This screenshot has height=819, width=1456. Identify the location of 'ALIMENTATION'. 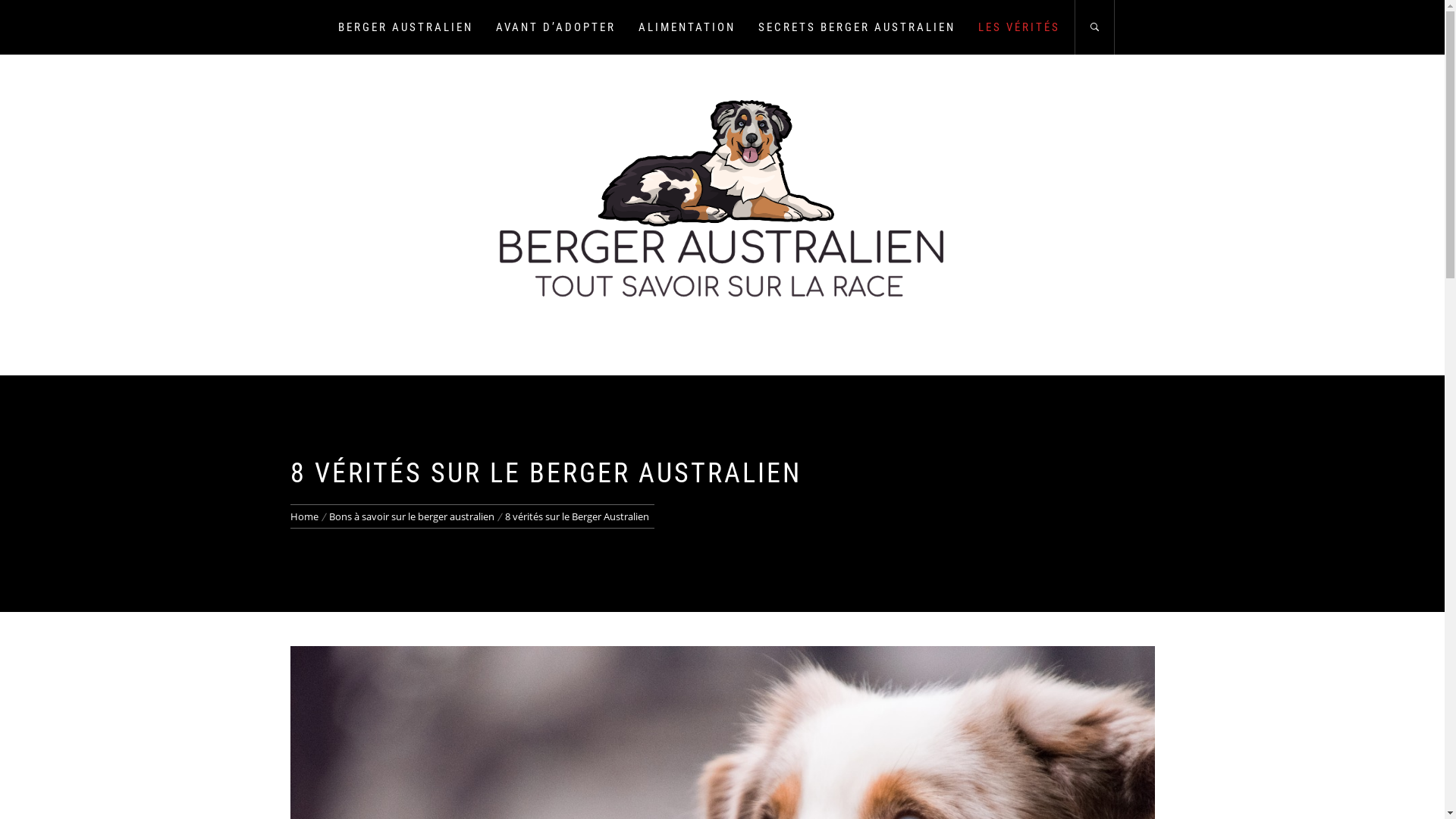
(686, 27).